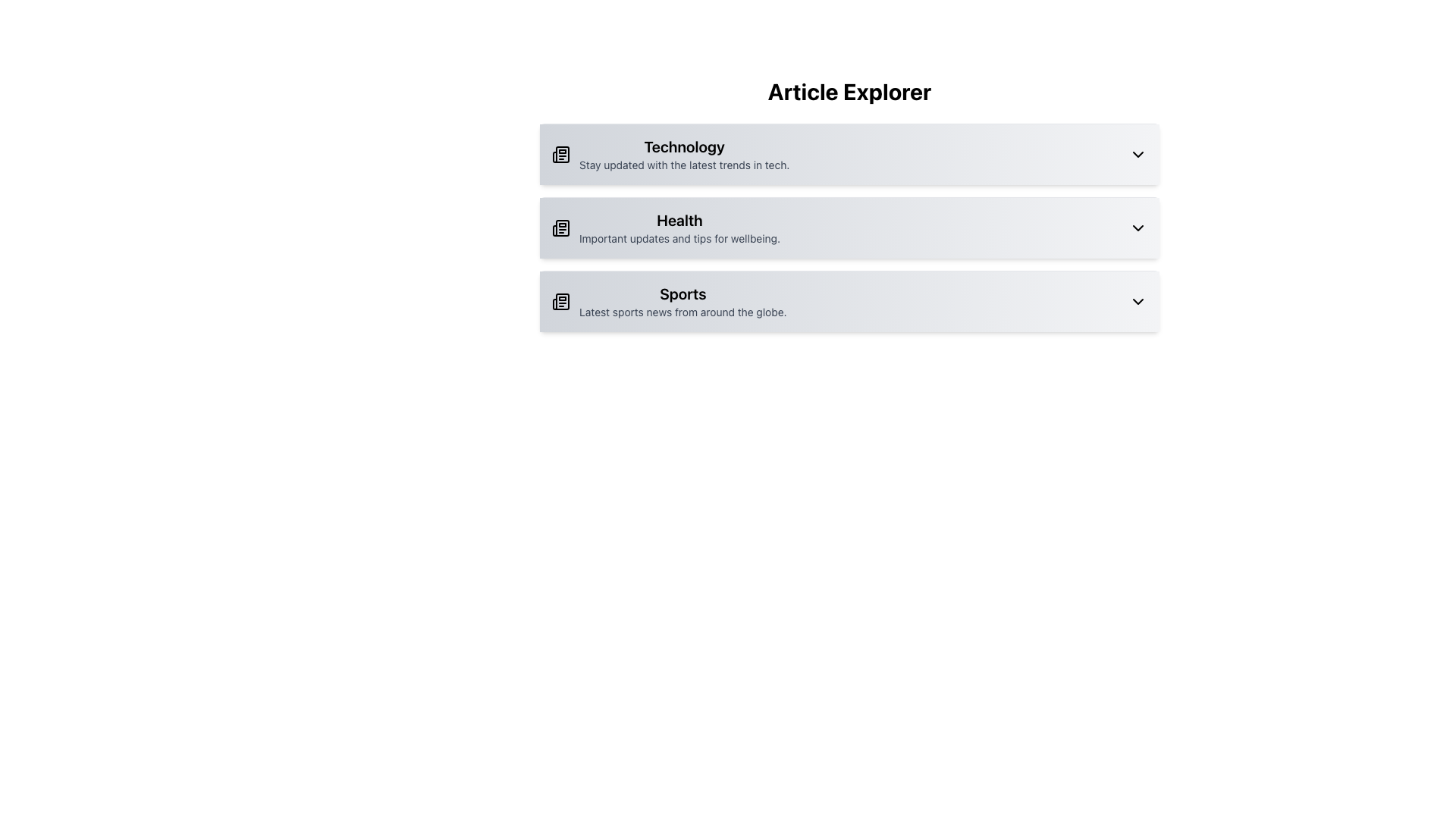 This screenshot has height=819, width=1456. Describe the element at coordinates (666, 227) in the screenshot. I see `the Group item representing the Health section, which consists of an icon and two text lines` at that location.